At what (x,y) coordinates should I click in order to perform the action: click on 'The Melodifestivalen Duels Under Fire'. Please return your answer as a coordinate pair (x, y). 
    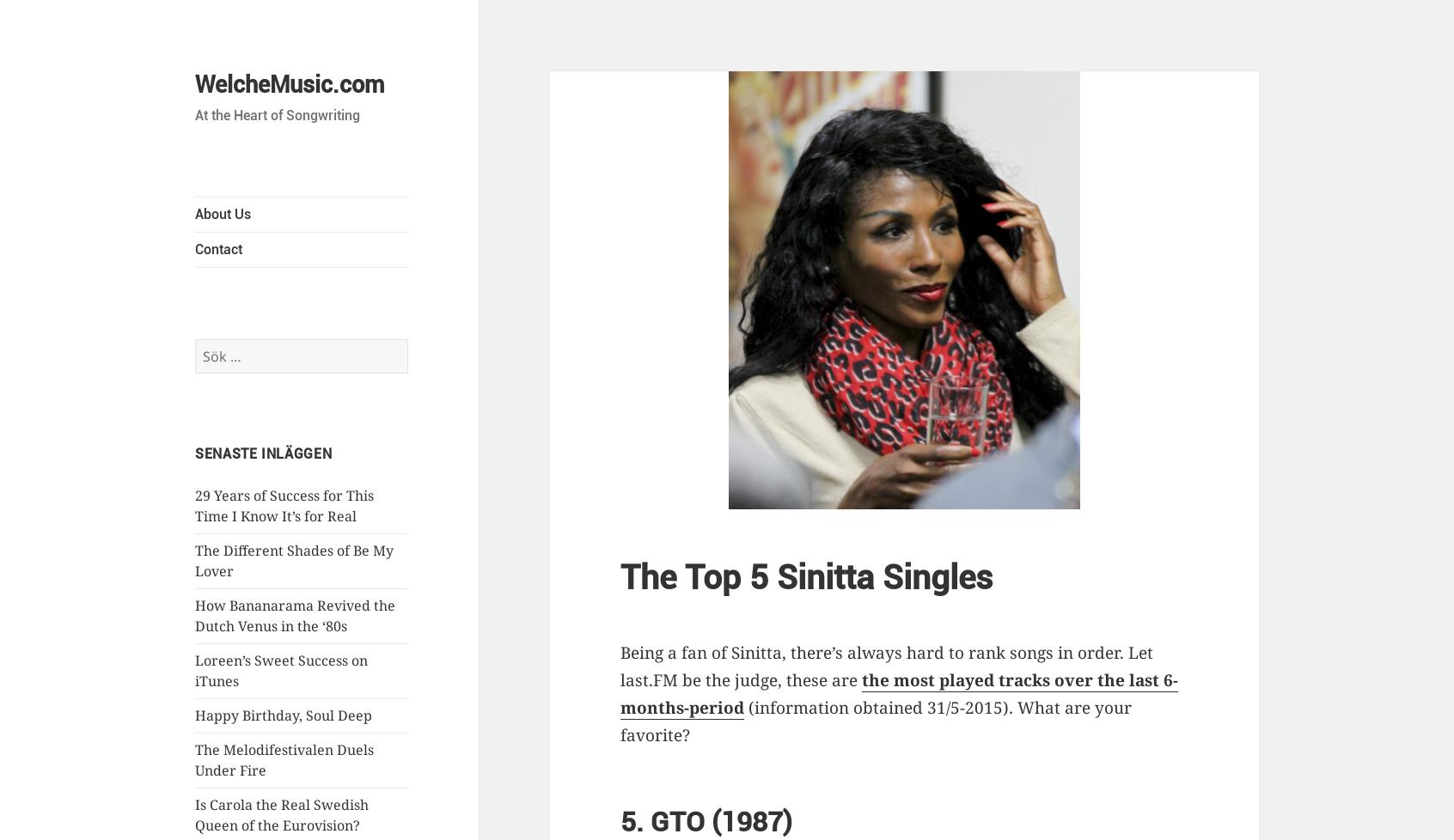
    Looking at the image, I should click on (283, 758).